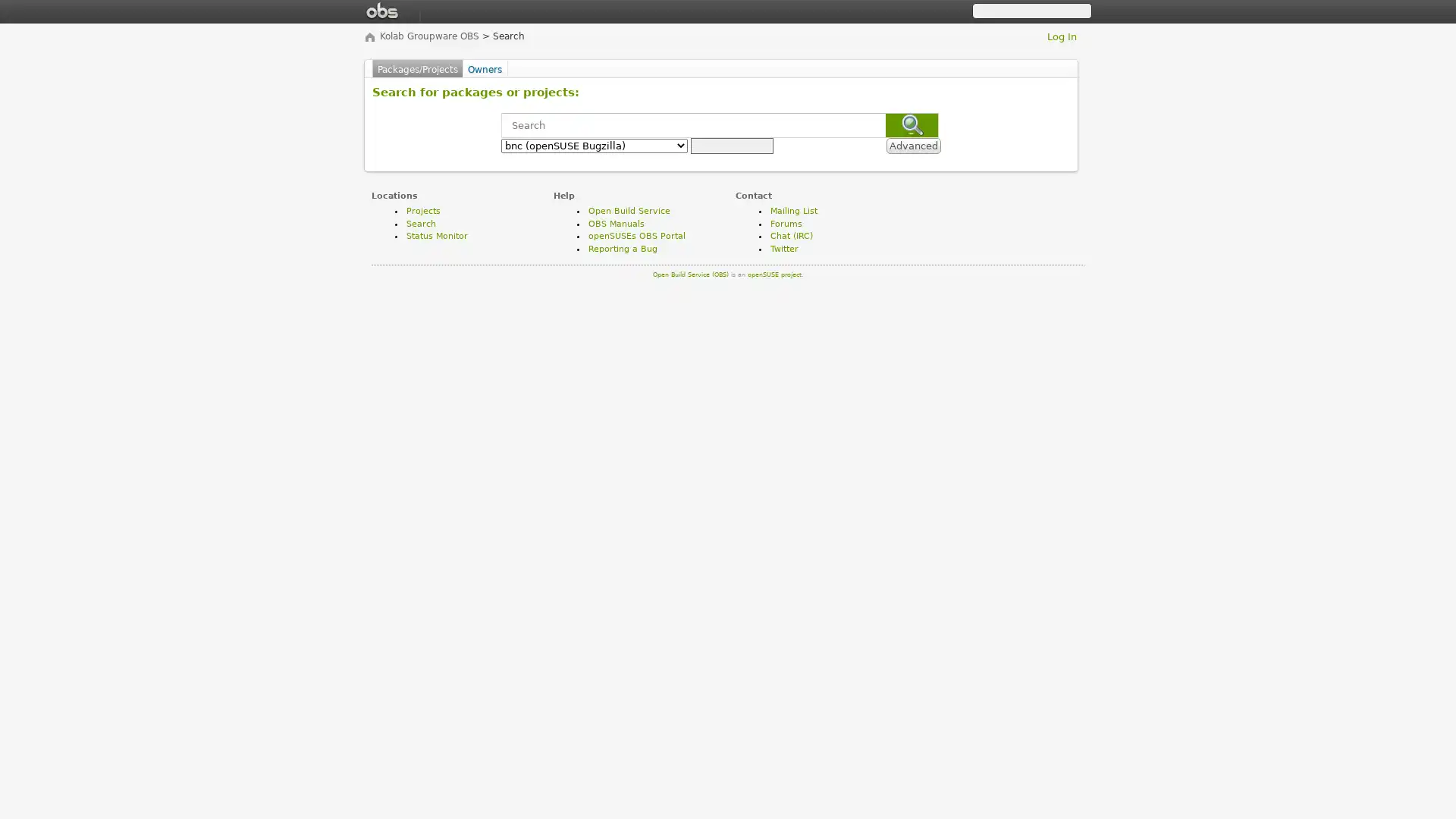 This screenshot has height=819, width=1456. What do you see at coordinates (912, 124) in the screenshot?
I see `Submit` at bounding box center [912, 124].